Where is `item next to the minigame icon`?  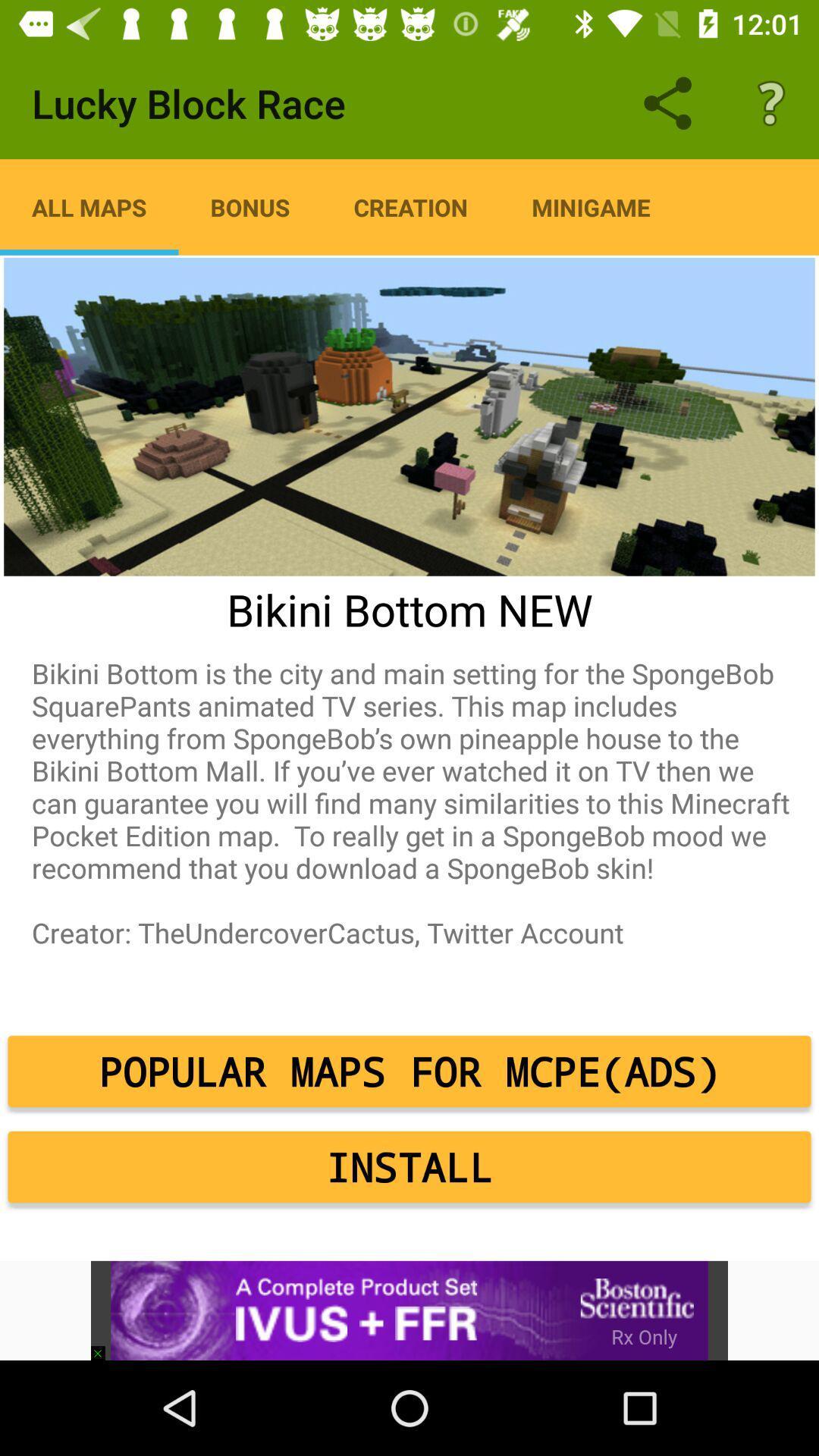
item next to the minigame icon is located at coordinates (410, 206).